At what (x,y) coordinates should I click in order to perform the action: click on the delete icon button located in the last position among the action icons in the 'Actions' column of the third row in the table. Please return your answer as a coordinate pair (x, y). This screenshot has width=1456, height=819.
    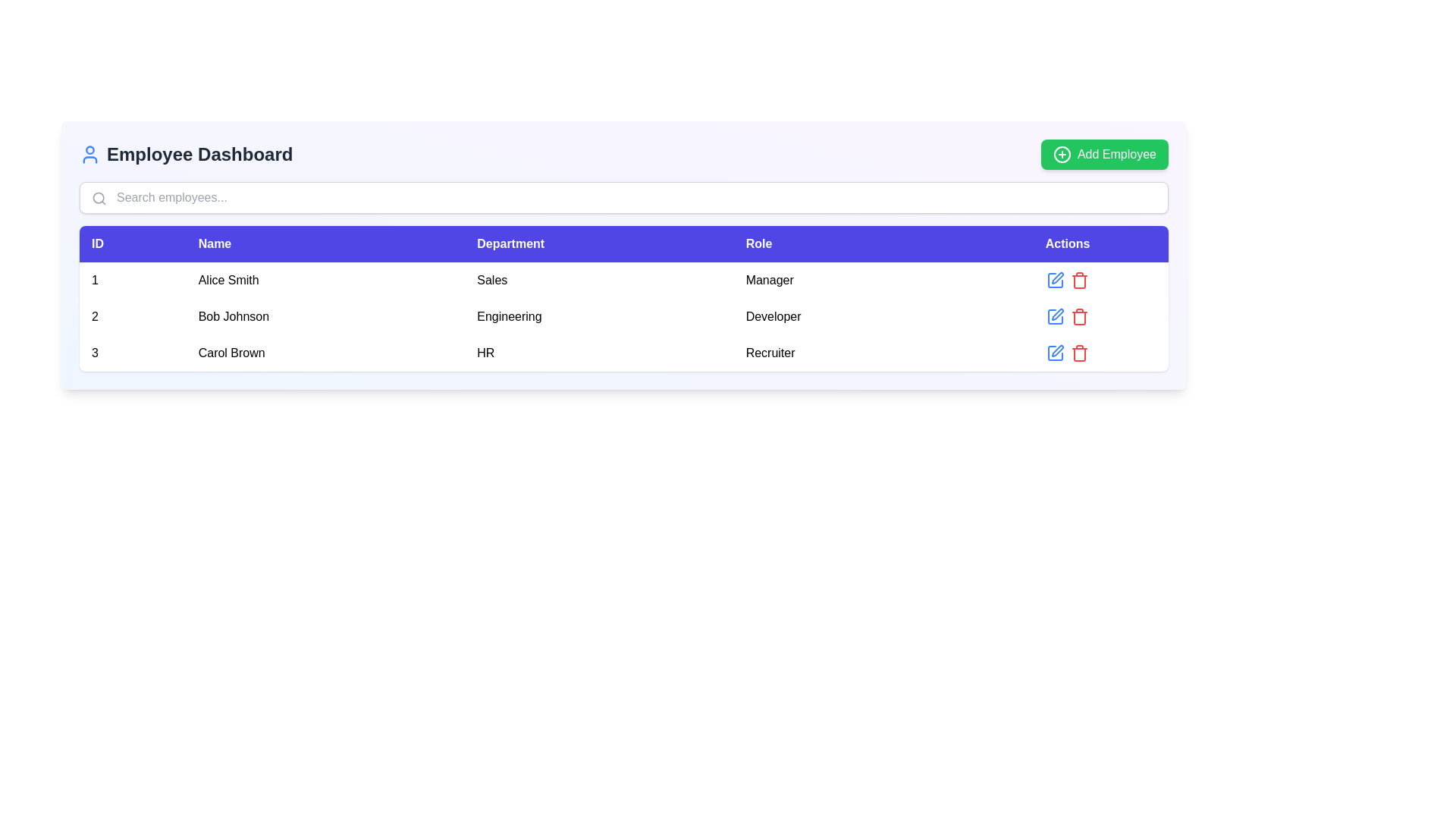
    Looking at the image, I should click on (1079, 315).